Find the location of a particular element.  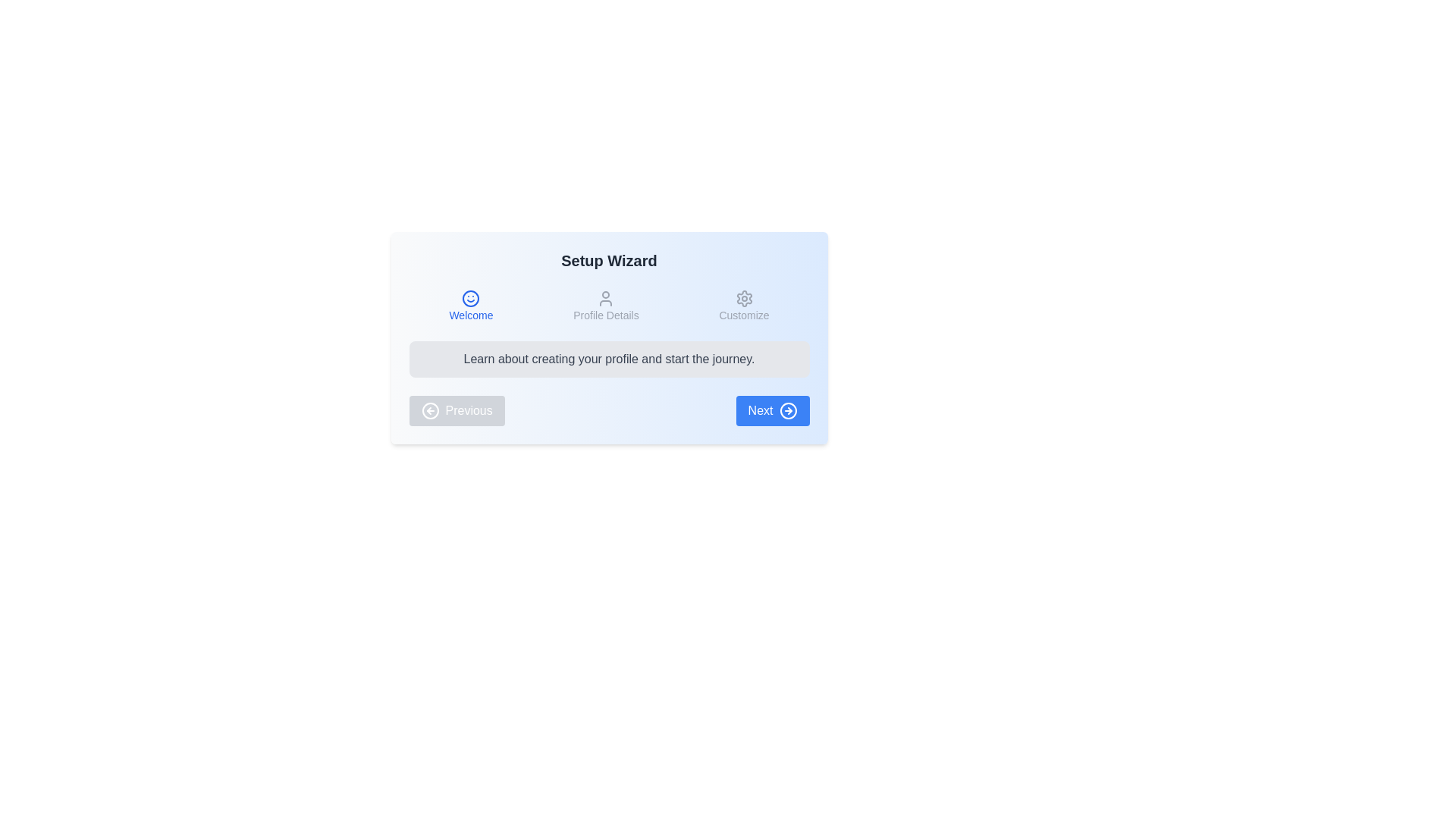

the left-pointing circular arrow icon located inside the 'Previous' button at the bottom-left of the interface is located at coordinates (429, 411).